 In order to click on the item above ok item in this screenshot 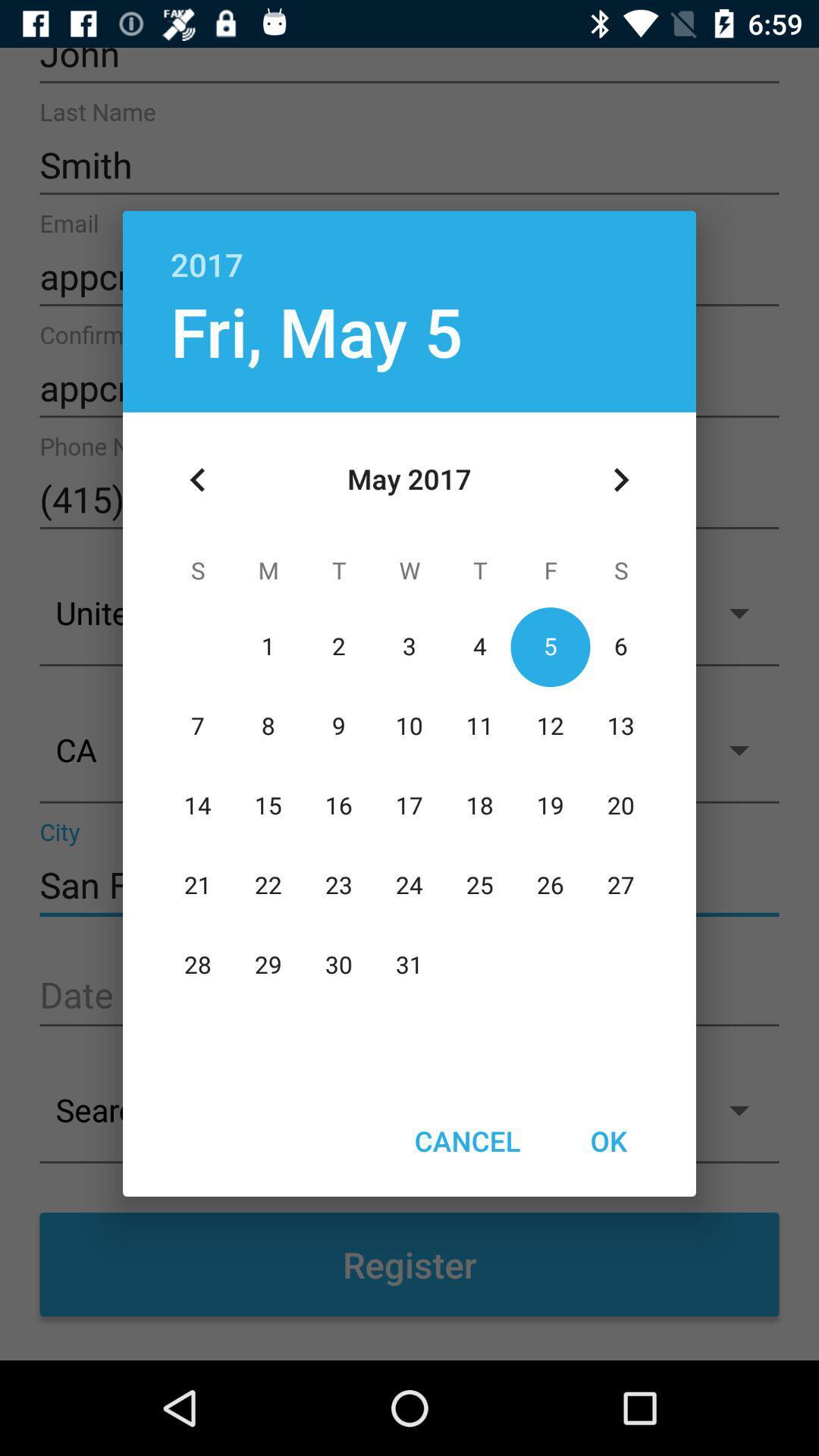, I will do `click(620, 479)`.